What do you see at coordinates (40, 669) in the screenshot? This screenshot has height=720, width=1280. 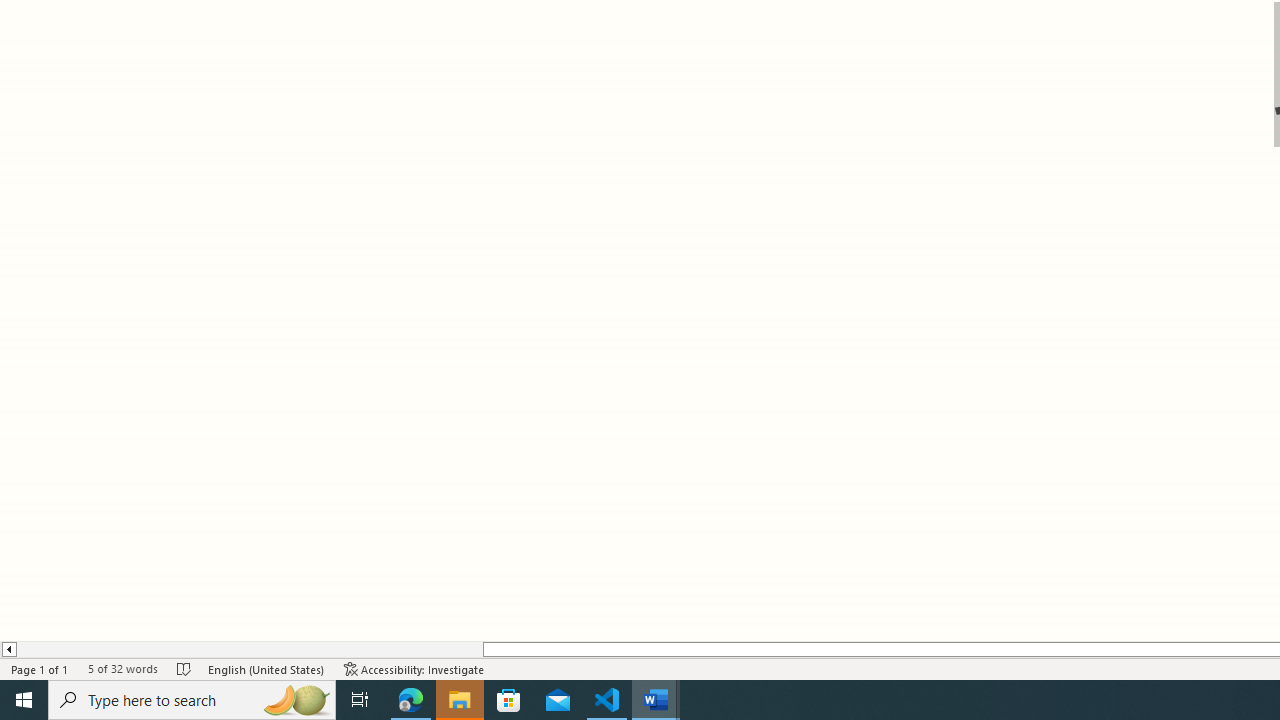 I see `'Page Number Page 1 of 1'` at bounding box center [40, 669].